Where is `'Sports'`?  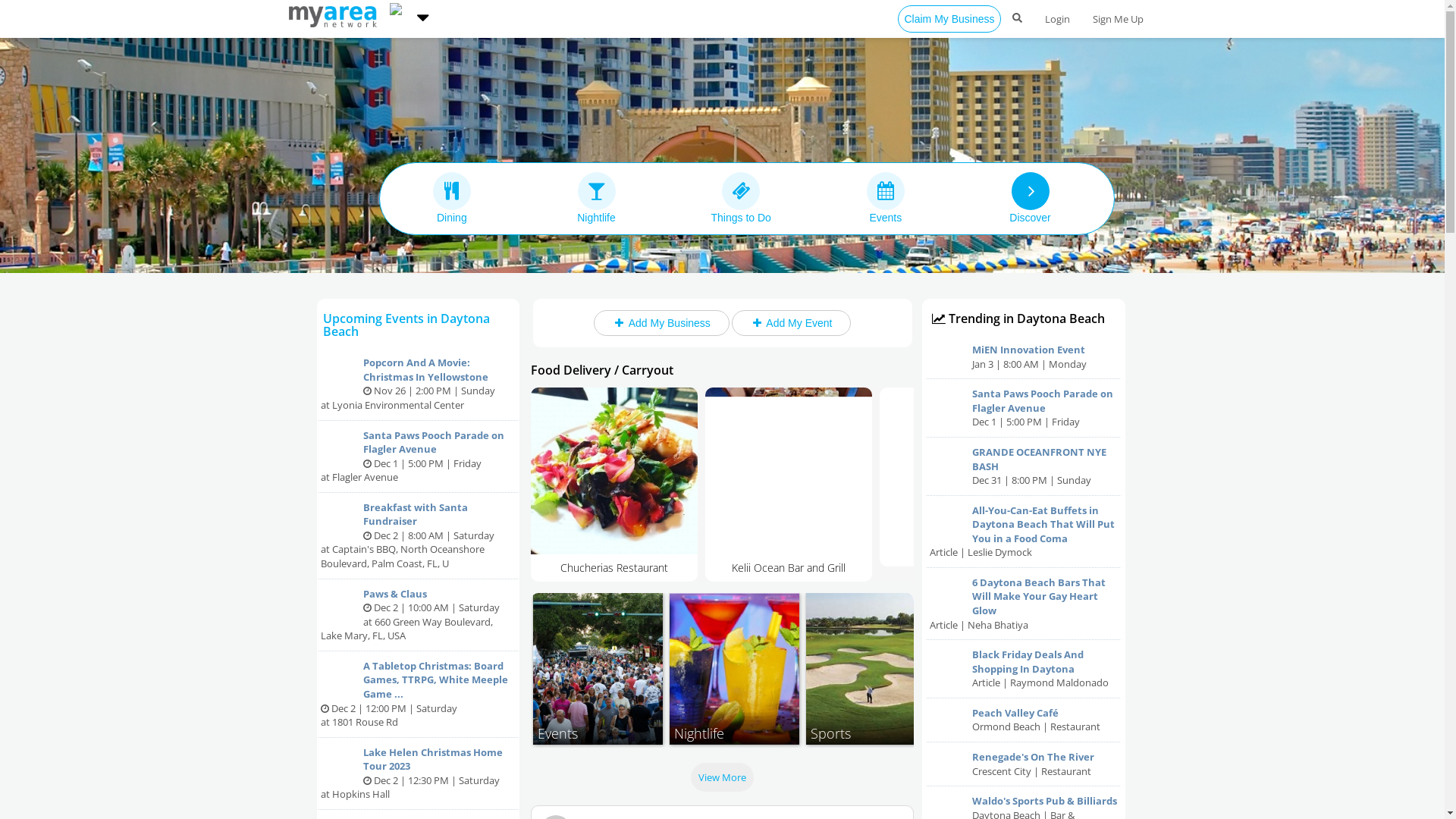
'Sports' is located at coordinates (870, 668).